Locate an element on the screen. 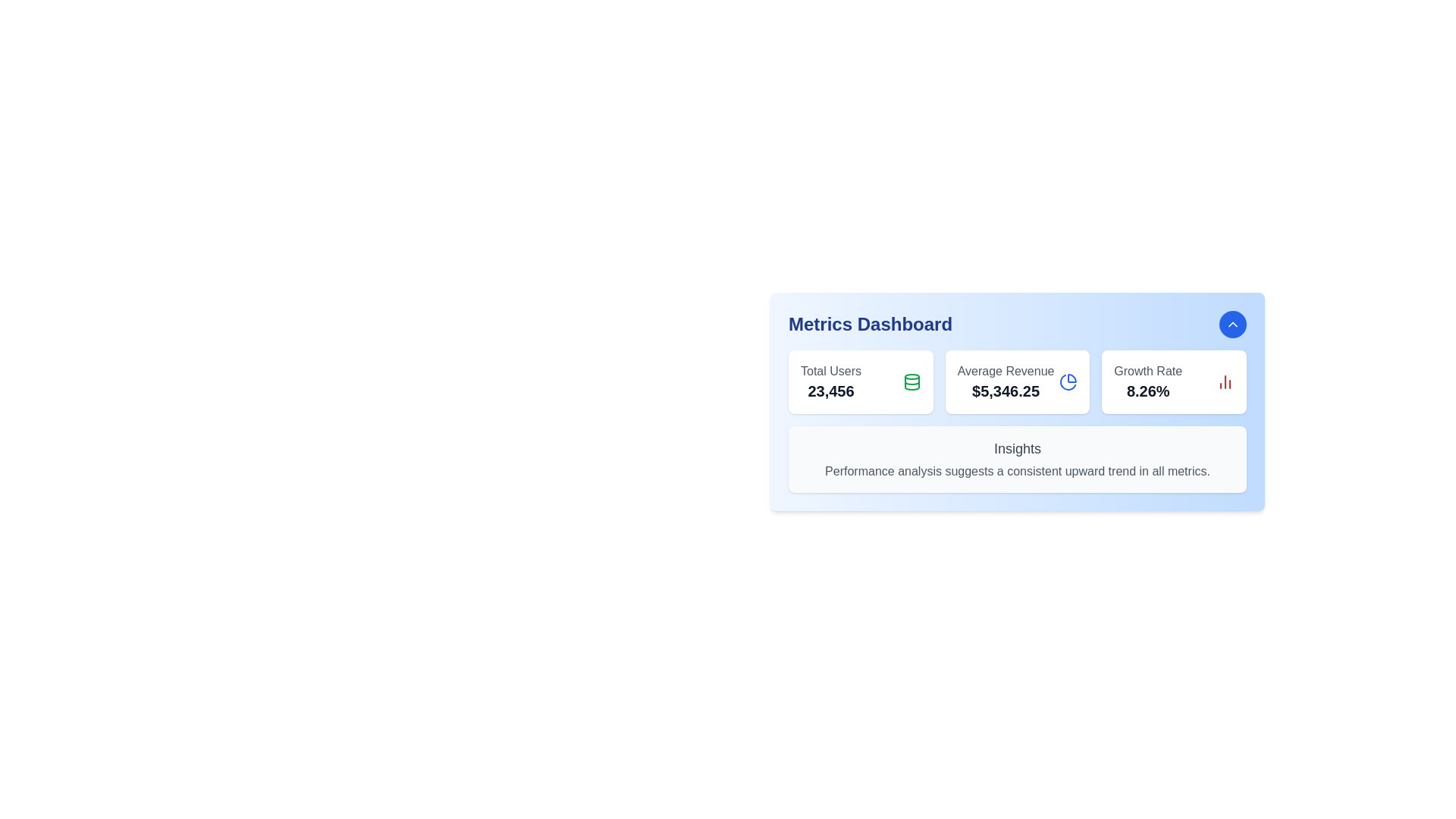 This screenshot has height=819, width=1456. the text label presenting the total number of users, which is located in the top-left corner of a white card in the 'Metrics Dashboard' section is located at coordinates (830, 381).